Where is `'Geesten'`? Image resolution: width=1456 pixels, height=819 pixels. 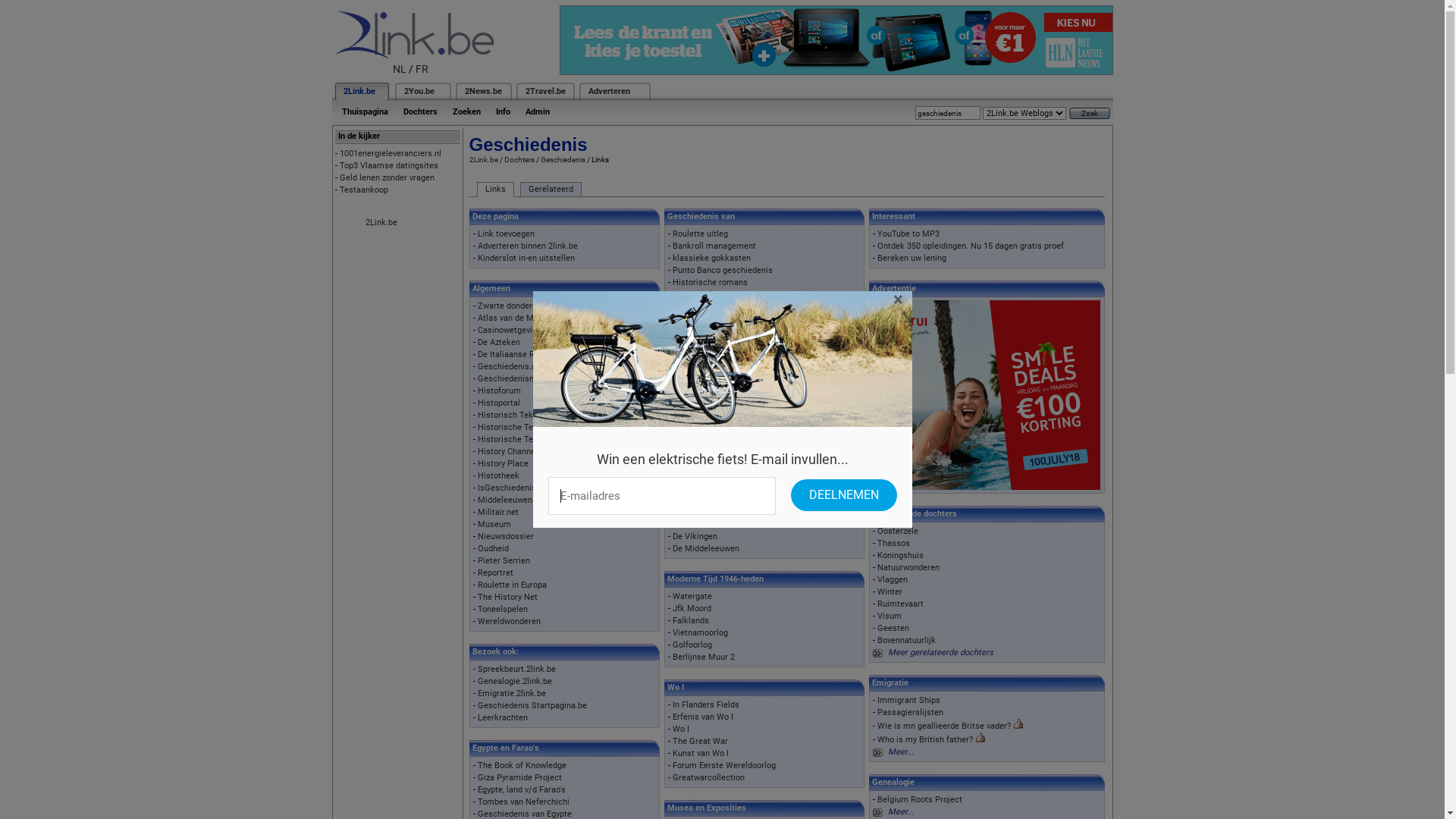 'Geesten' is located at coordinates (893, 628).